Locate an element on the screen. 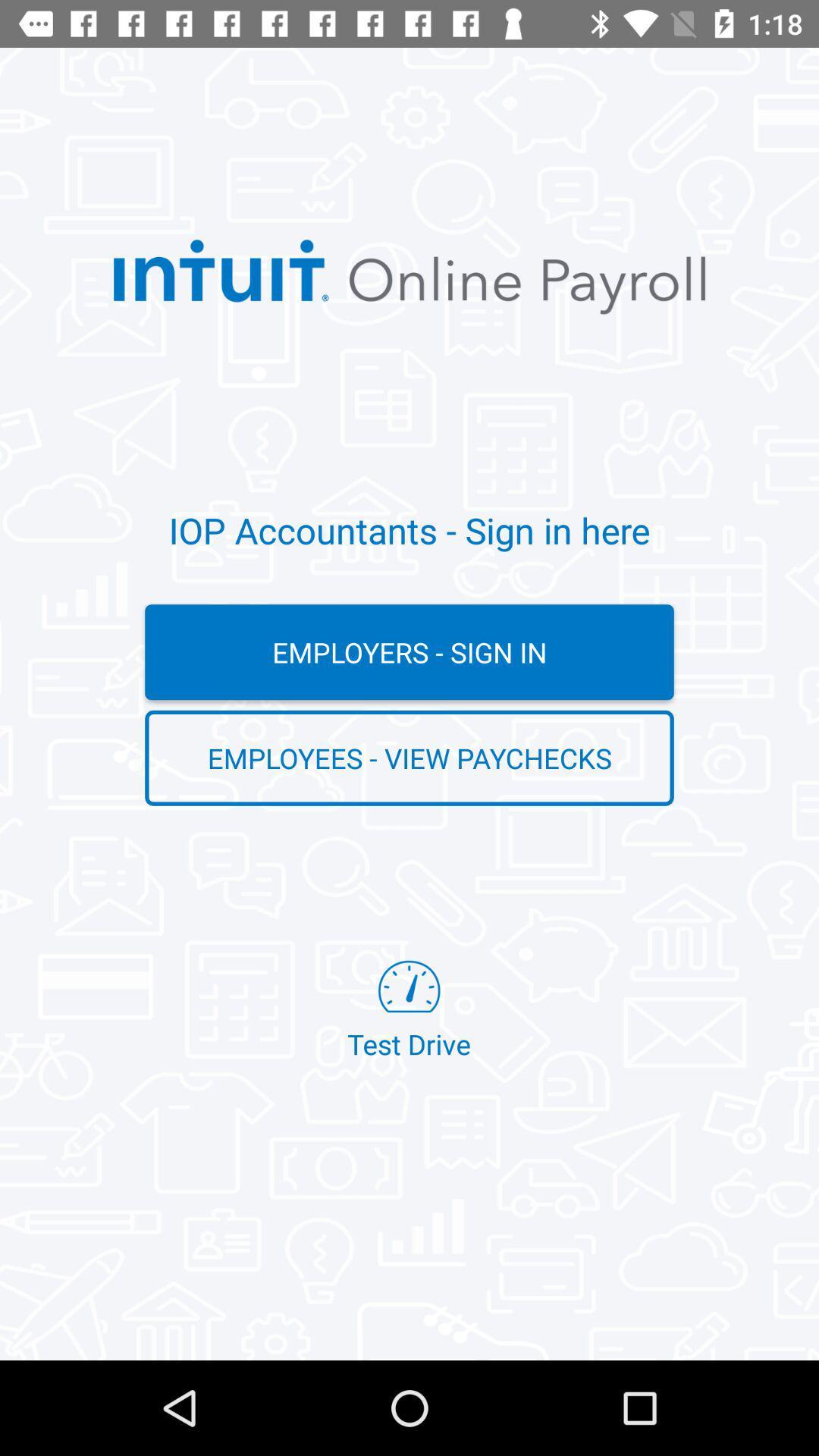 The width and height of the screenshot is (819, 1456). employees - view paychecks item is located at coordinates (409, 758).